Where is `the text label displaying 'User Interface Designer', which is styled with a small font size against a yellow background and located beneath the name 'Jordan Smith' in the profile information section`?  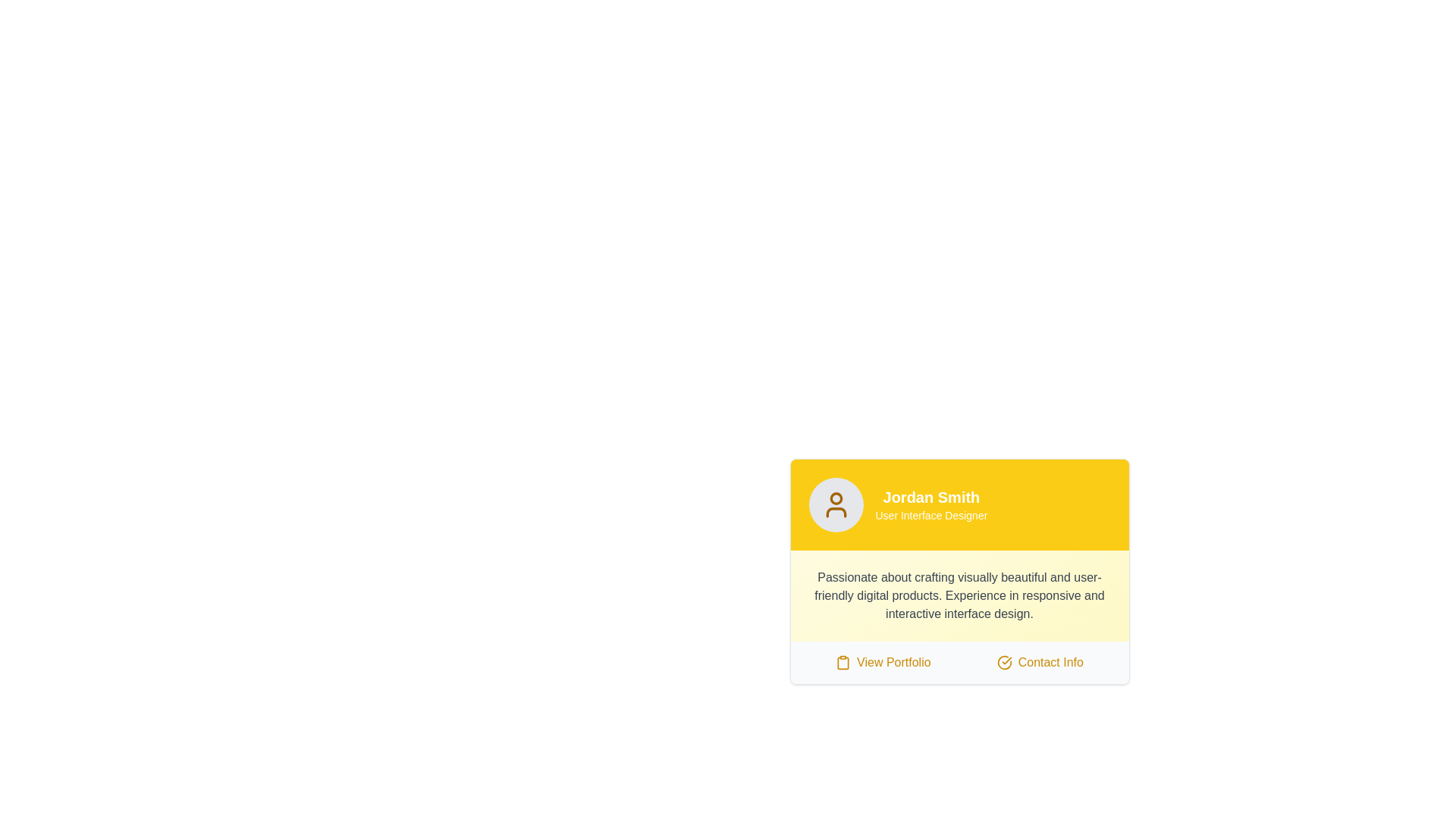
the text label displaying 'User Interface Designer', which is styled with a small font size against a yellow background and located beneath the name 'Jordan Smith' in the profile information section is located at coordinates (930, 514).